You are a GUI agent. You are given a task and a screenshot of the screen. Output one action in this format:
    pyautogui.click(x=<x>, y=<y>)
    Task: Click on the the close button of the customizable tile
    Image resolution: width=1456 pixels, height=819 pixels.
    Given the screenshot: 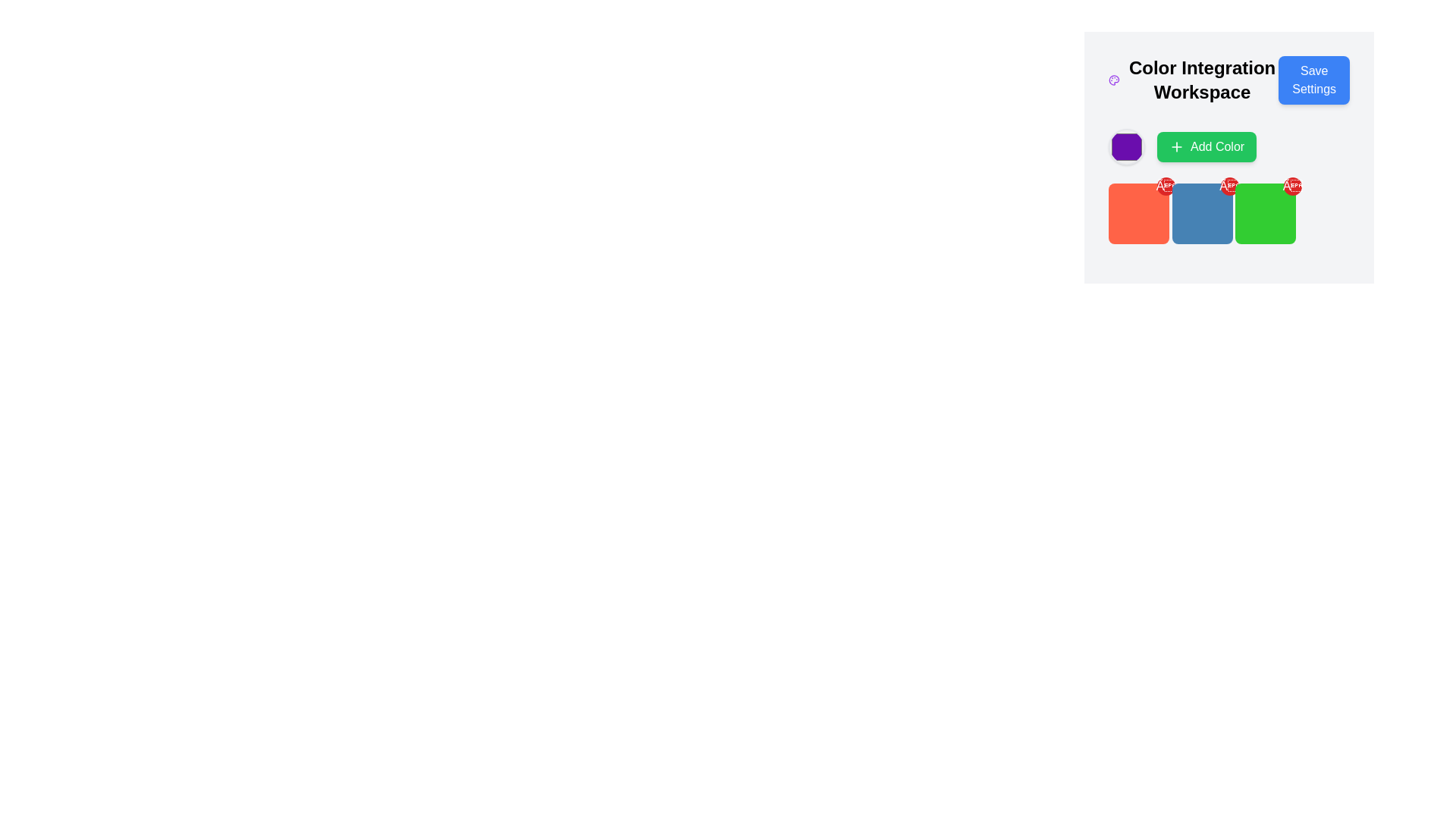 What is the action you would take?
    pyautogui.click(x=1139, y=213)
    